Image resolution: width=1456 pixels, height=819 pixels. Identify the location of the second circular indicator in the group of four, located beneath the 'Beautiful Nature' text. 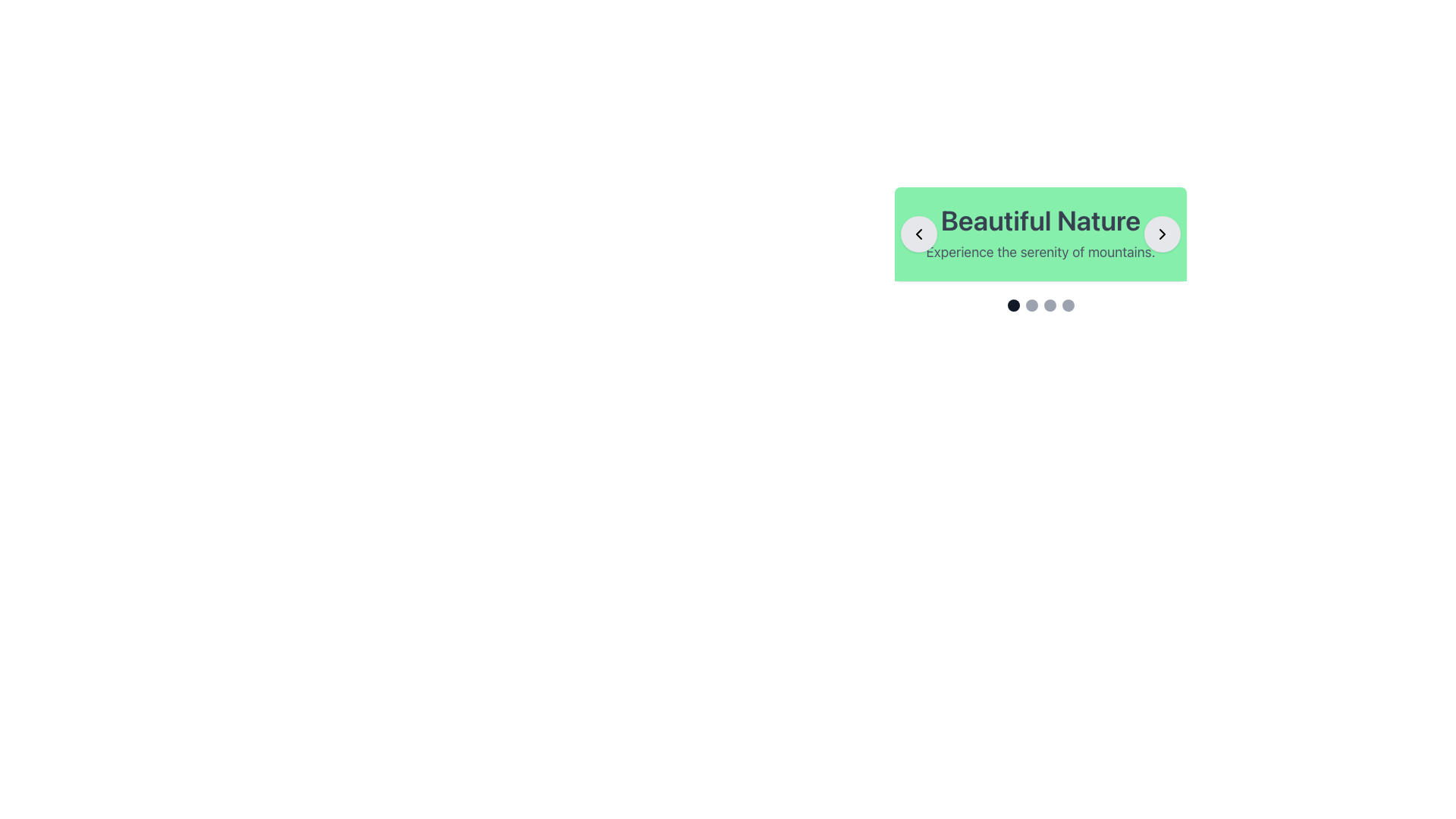
(1031, 305).